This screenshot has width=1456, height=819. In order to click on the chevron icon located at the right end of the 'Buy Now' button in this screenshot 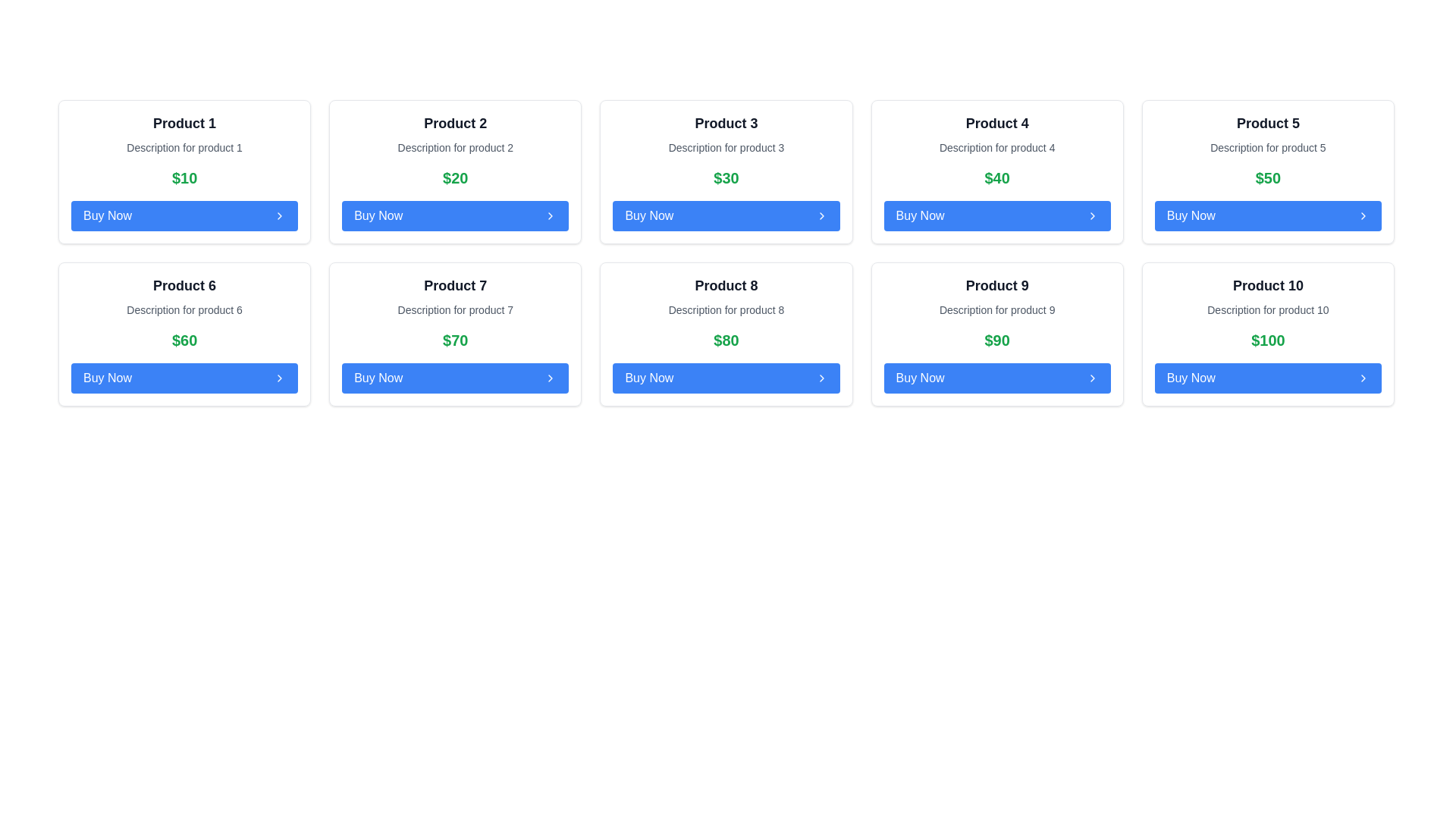, I will do `click(550, 216)`.